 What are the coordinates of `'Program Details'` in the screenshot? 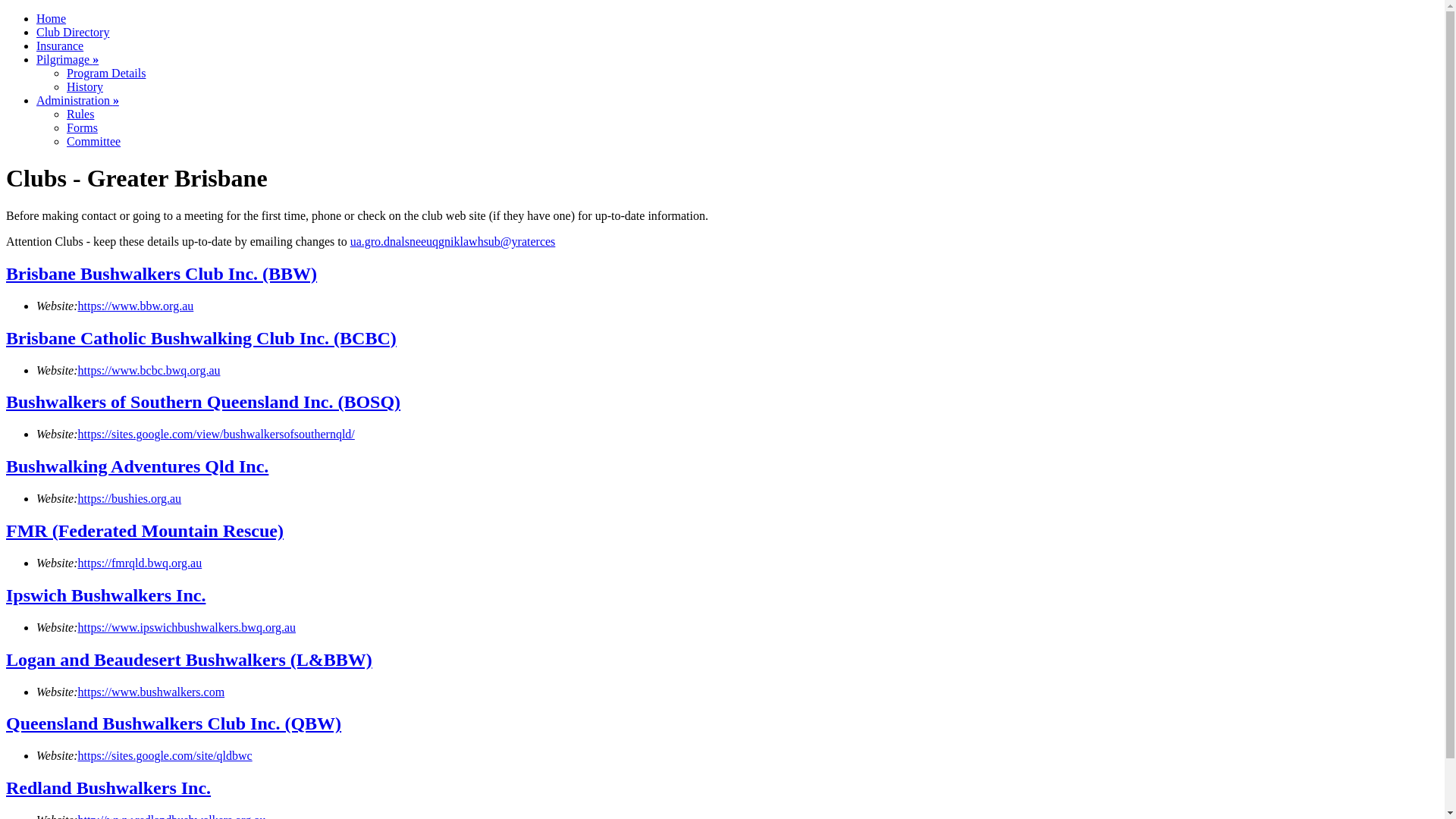 It's located at (105, 73).